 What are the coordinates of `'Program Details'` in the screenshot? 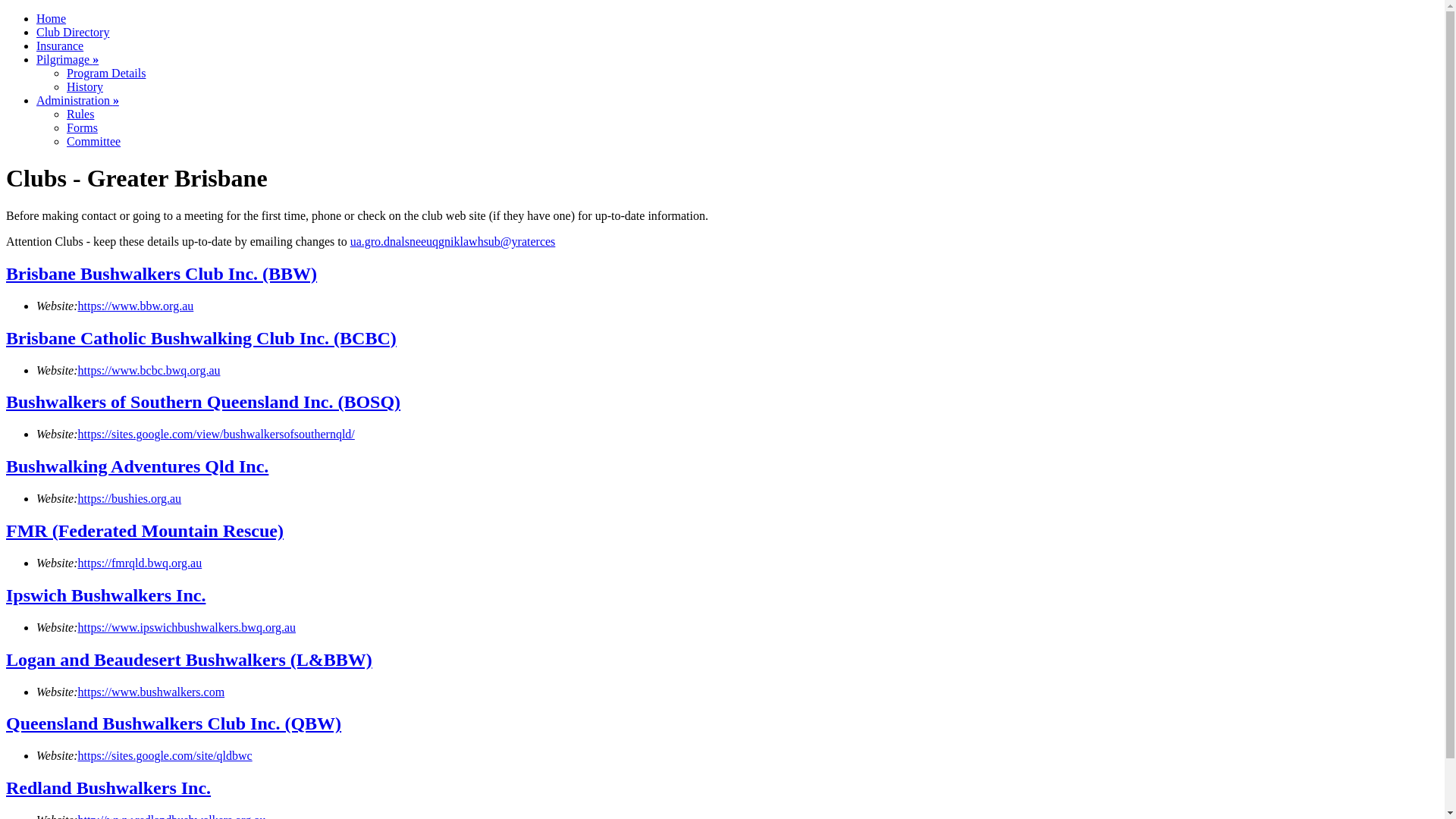 It's located at (105, 73).